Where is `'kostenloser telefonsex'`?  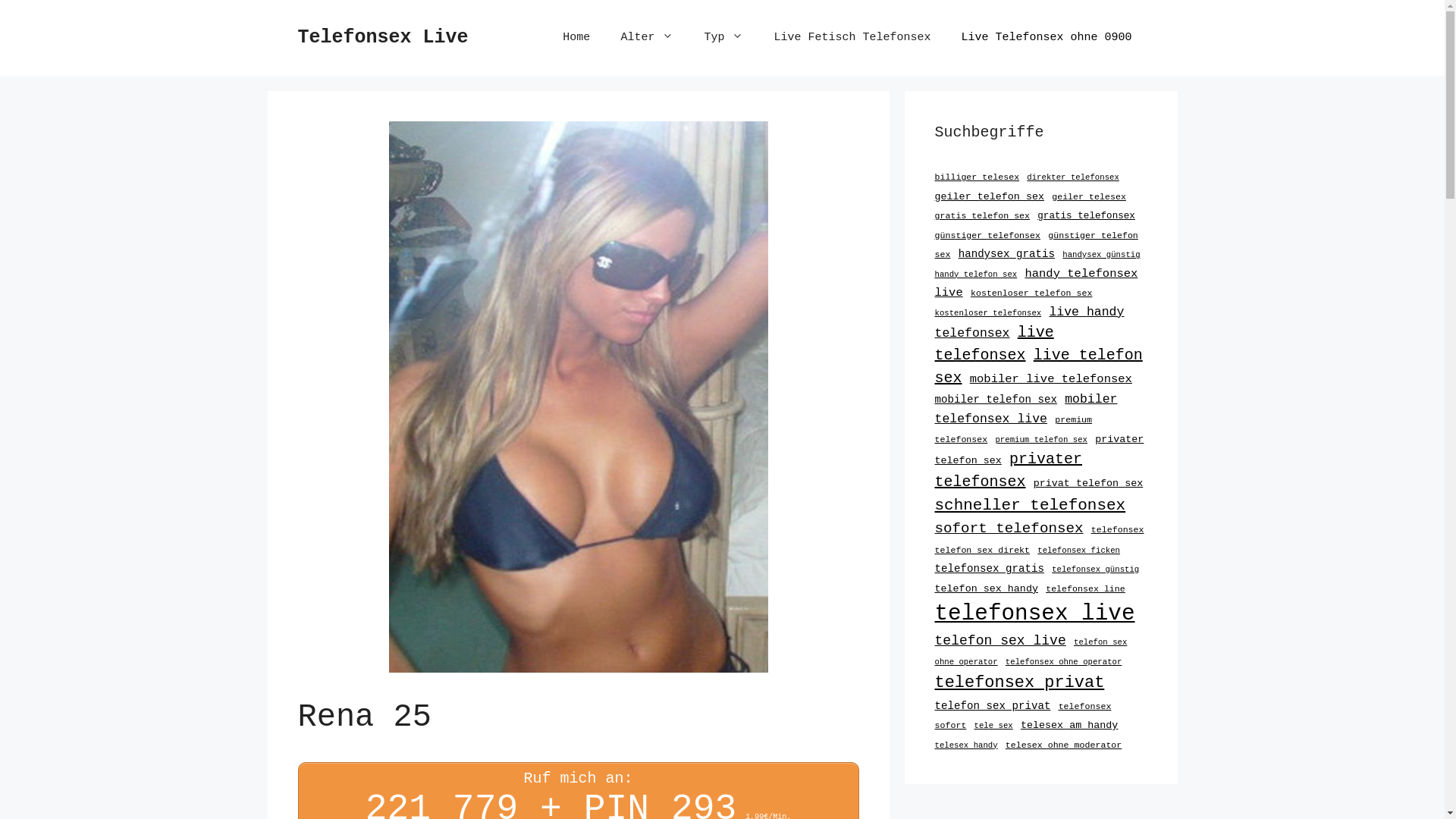 'kostenloser telefonsex' is located at coordinates (987, 312).